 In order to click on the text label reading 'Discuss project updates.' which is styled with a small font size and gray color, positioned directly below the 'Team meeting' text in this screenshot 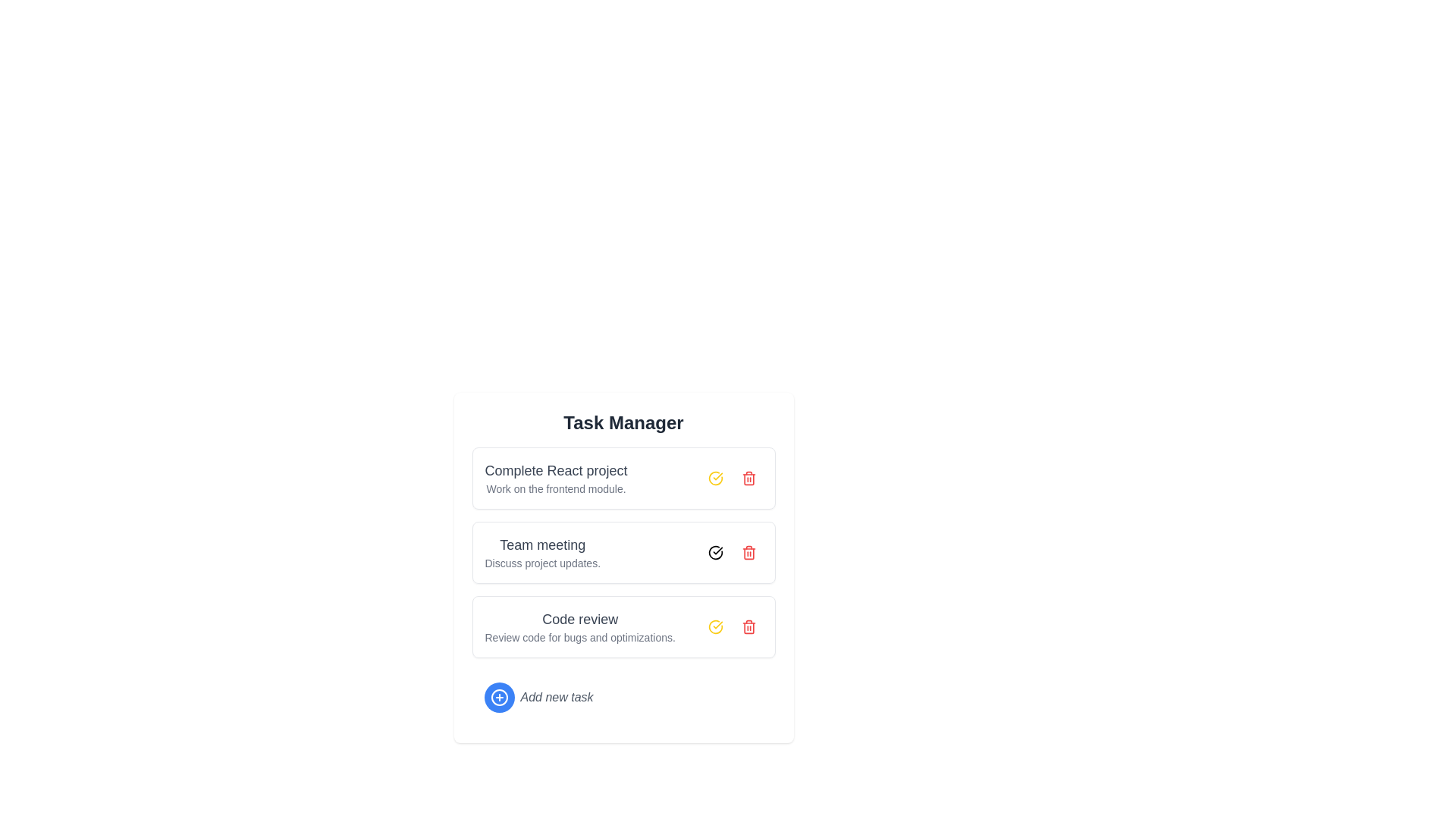, I will do `click(542, 563)`.